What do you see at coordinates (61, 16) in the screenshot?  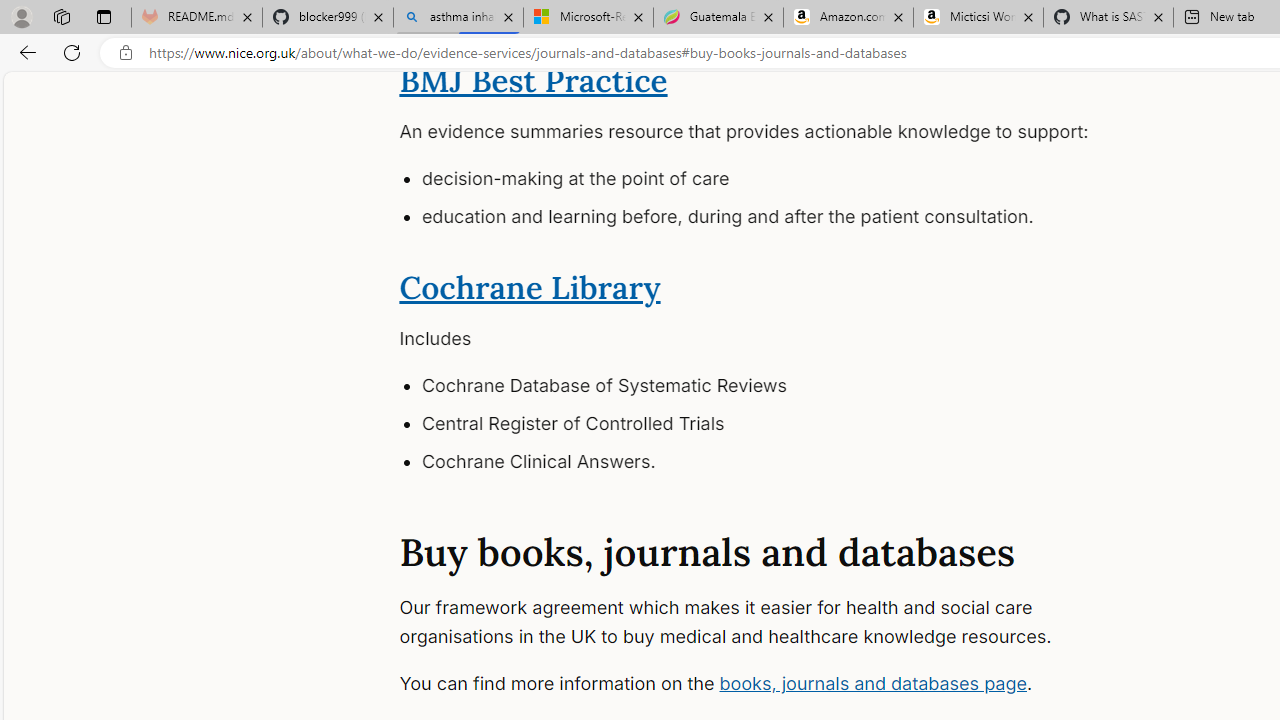 I see `'Workspaces'` at bounding box center [61, 16].